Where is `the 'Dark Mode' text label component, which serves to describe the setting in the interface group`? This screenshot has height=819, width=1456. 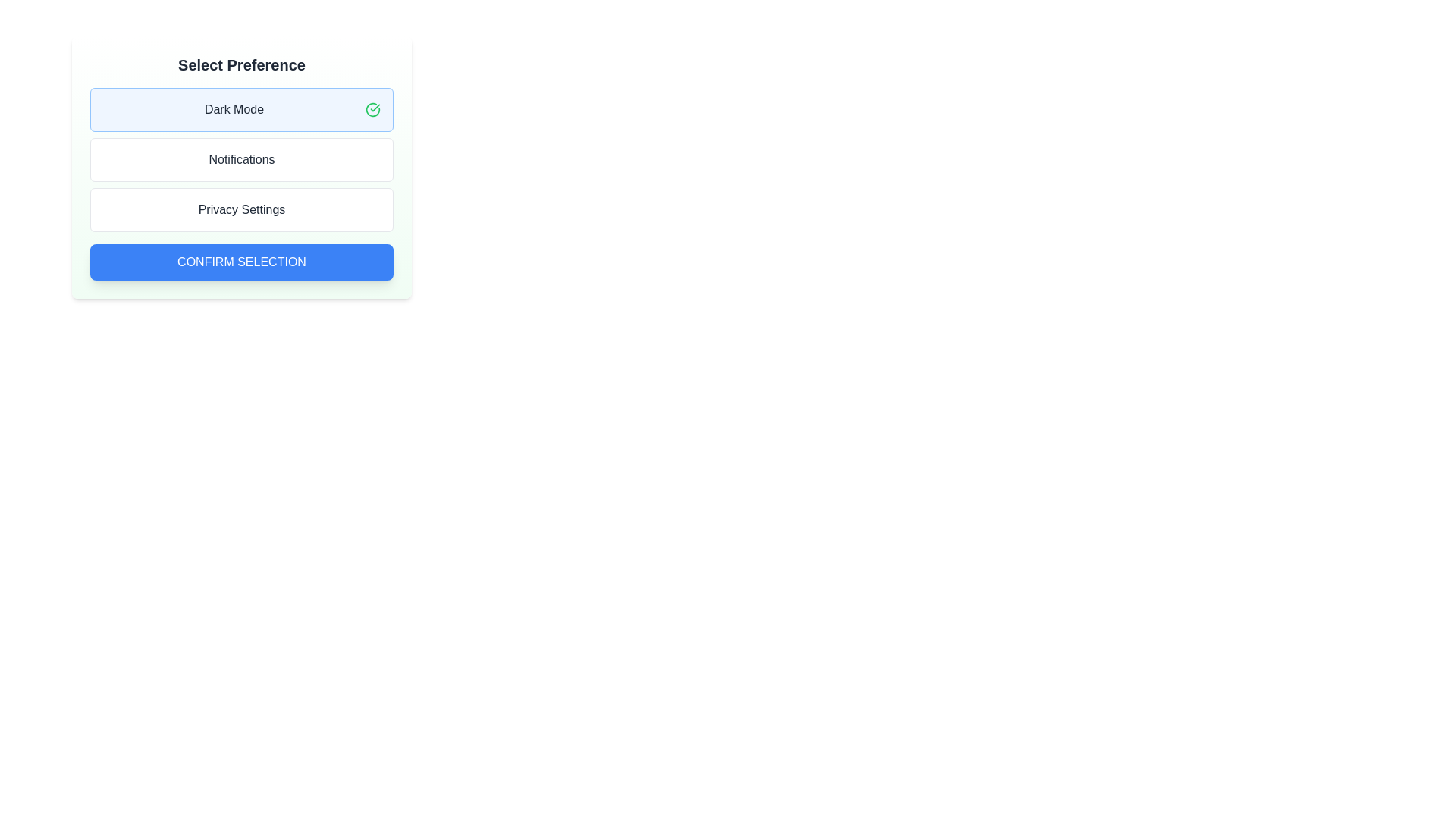
the 'Dark Mode' text label component, which serves to describe the setting in the interface group is located at coordinates (233, 109).